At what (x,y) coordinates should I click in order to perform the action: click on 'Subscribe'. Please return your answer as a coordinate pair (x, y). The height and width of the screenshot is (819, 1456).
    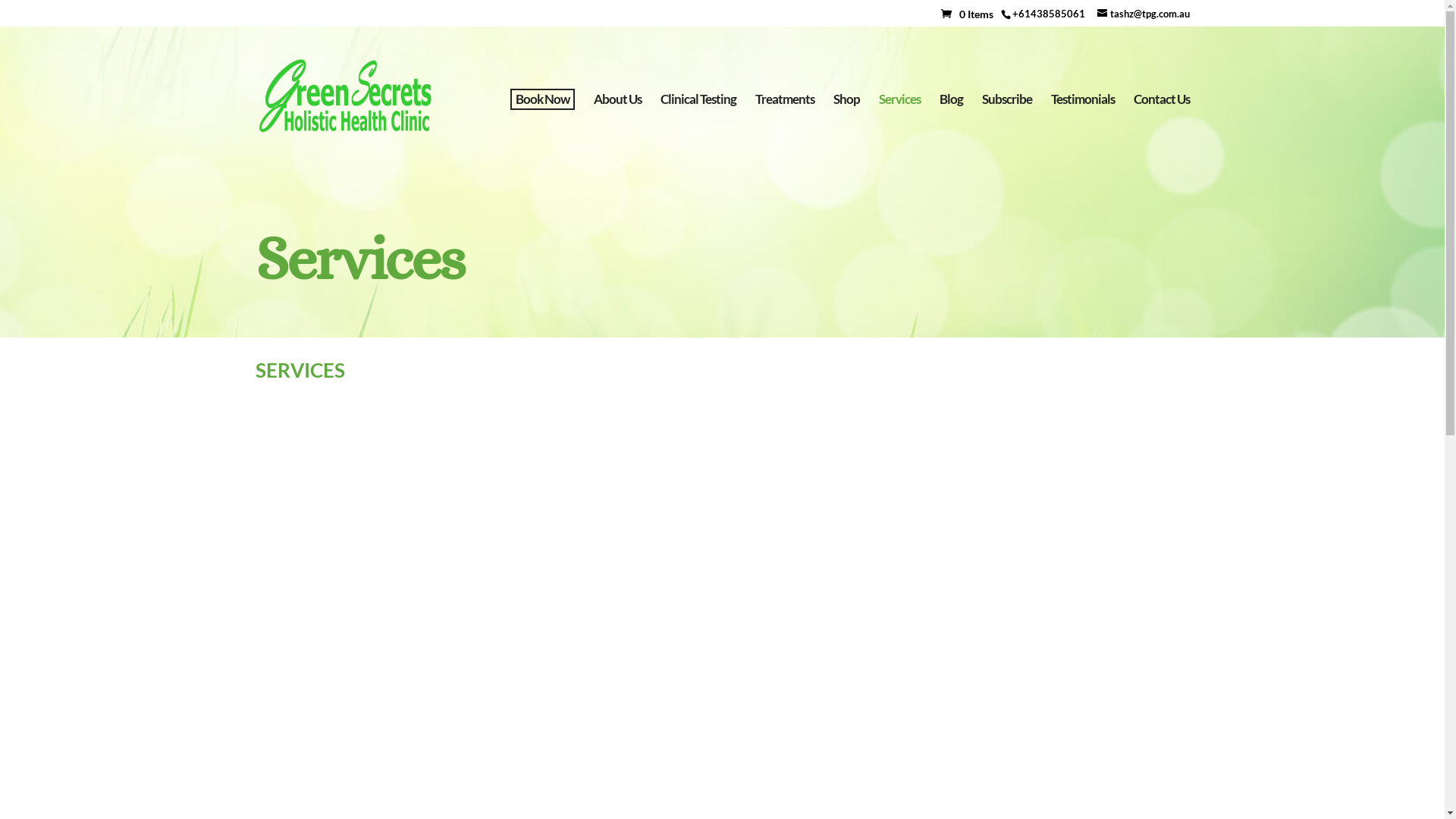
    Looking at the image, I should click on (1006, 130).